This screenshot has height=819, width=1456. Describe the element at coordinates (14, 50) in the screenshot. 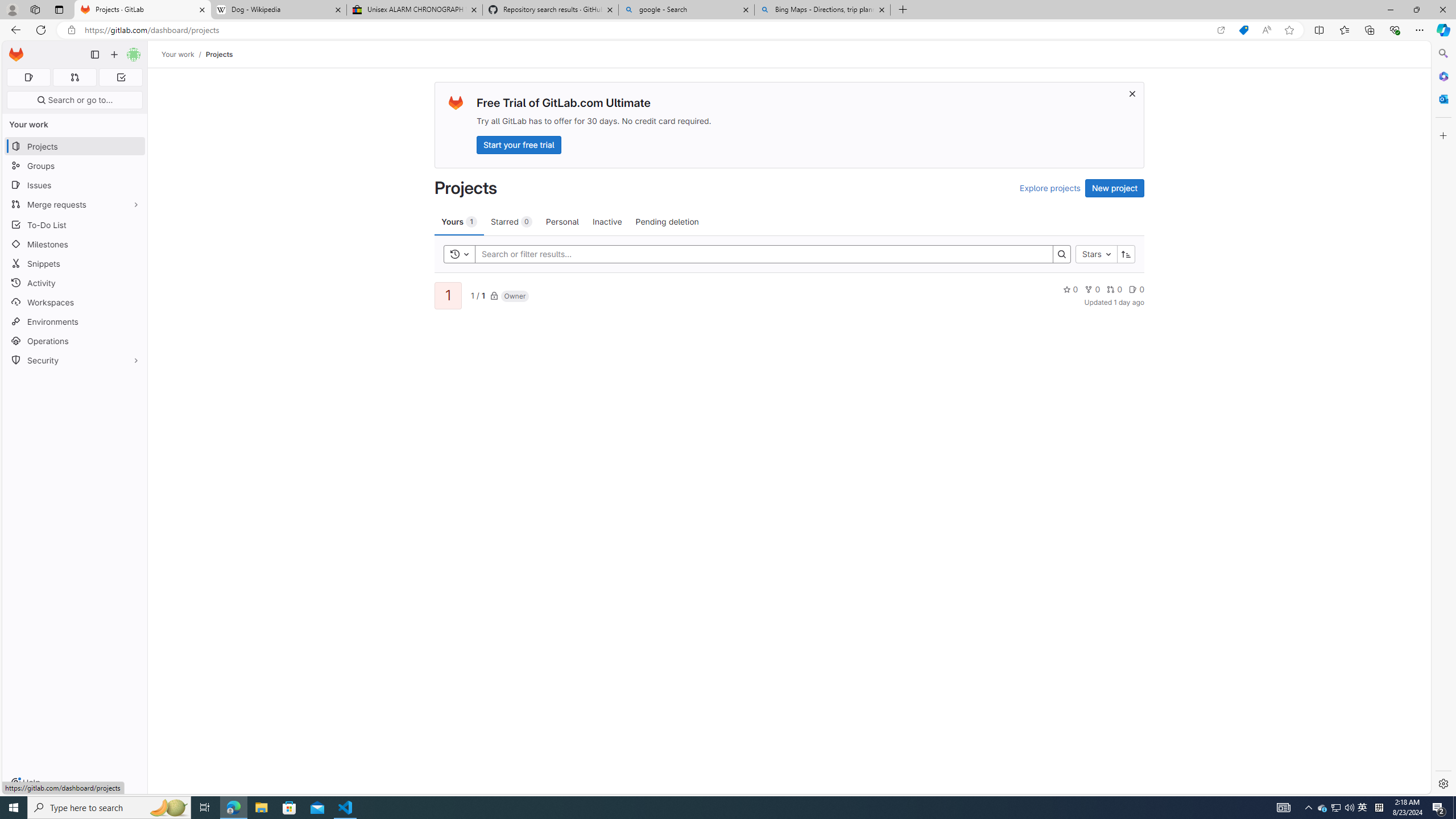

I see `'Skip to main content'` at that location.